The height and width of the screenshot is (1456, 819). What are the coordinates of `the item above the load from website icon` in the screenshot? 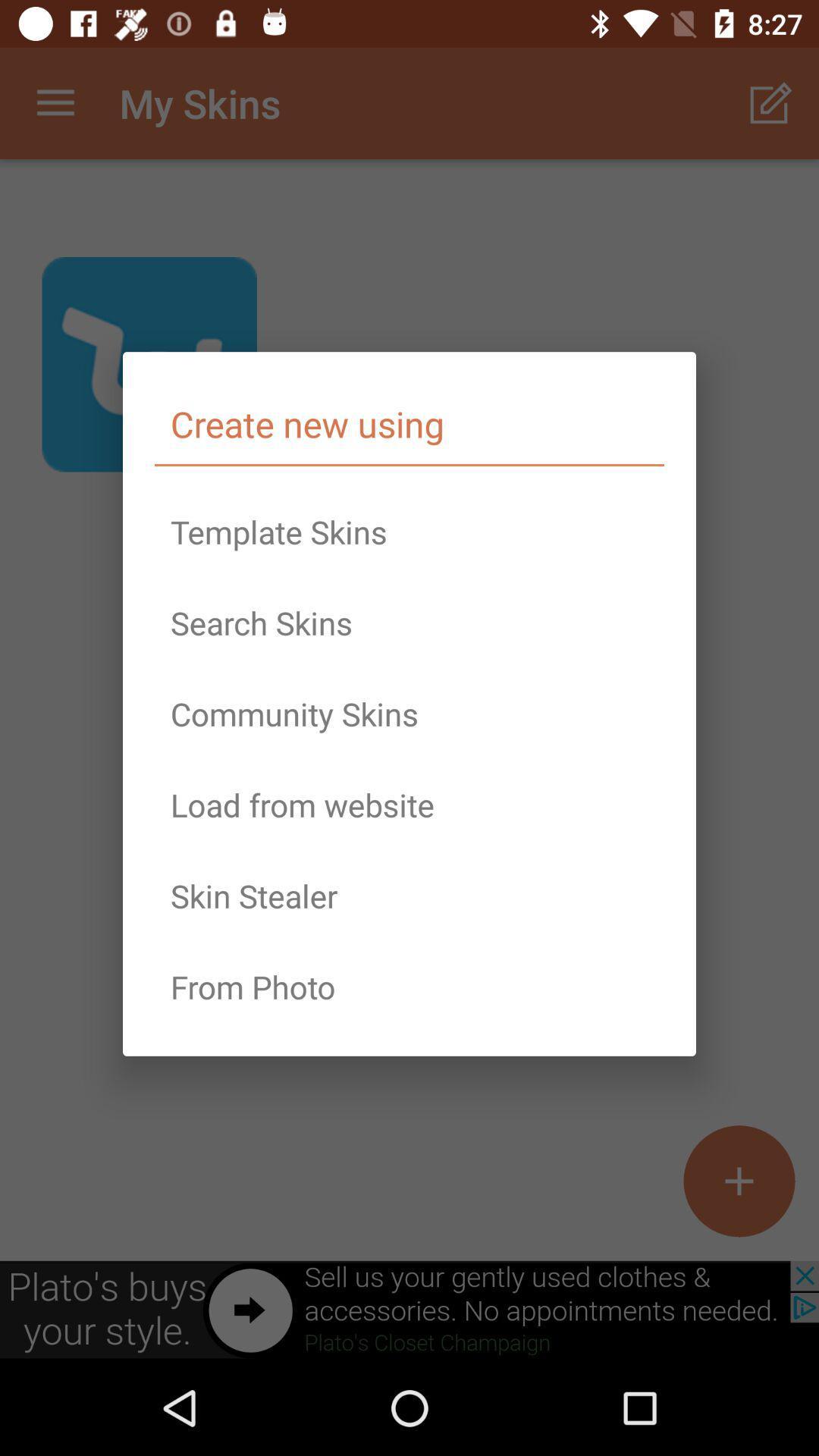 It's located at (409, 713).